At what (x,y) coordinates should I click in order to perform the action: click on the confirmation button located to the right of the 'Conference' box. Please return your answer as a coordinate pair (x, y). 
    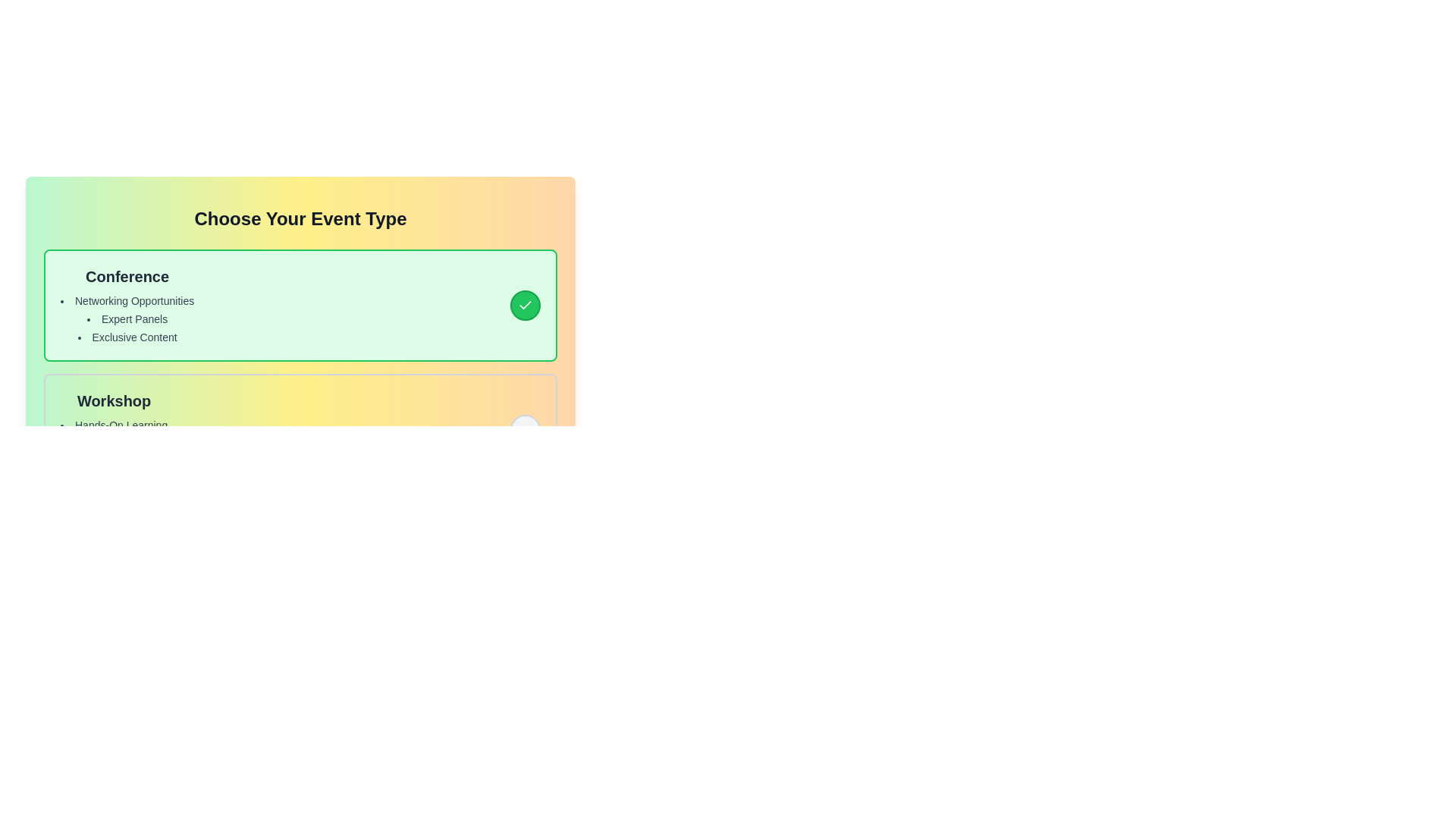
    Looking at the image, I should click on (525, 305).